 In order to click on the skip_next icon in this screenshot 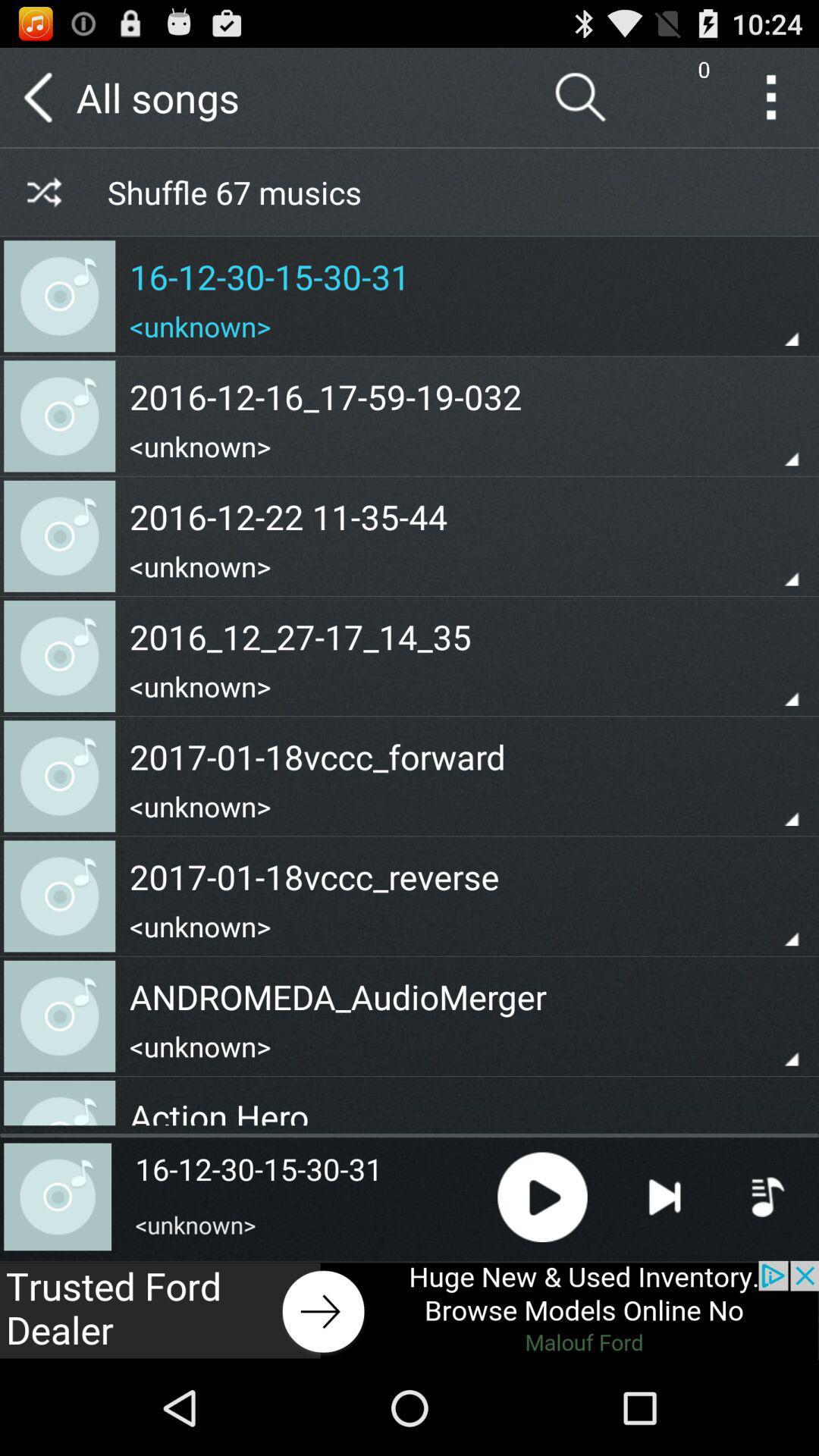, I will do `click(664, 1280)`.